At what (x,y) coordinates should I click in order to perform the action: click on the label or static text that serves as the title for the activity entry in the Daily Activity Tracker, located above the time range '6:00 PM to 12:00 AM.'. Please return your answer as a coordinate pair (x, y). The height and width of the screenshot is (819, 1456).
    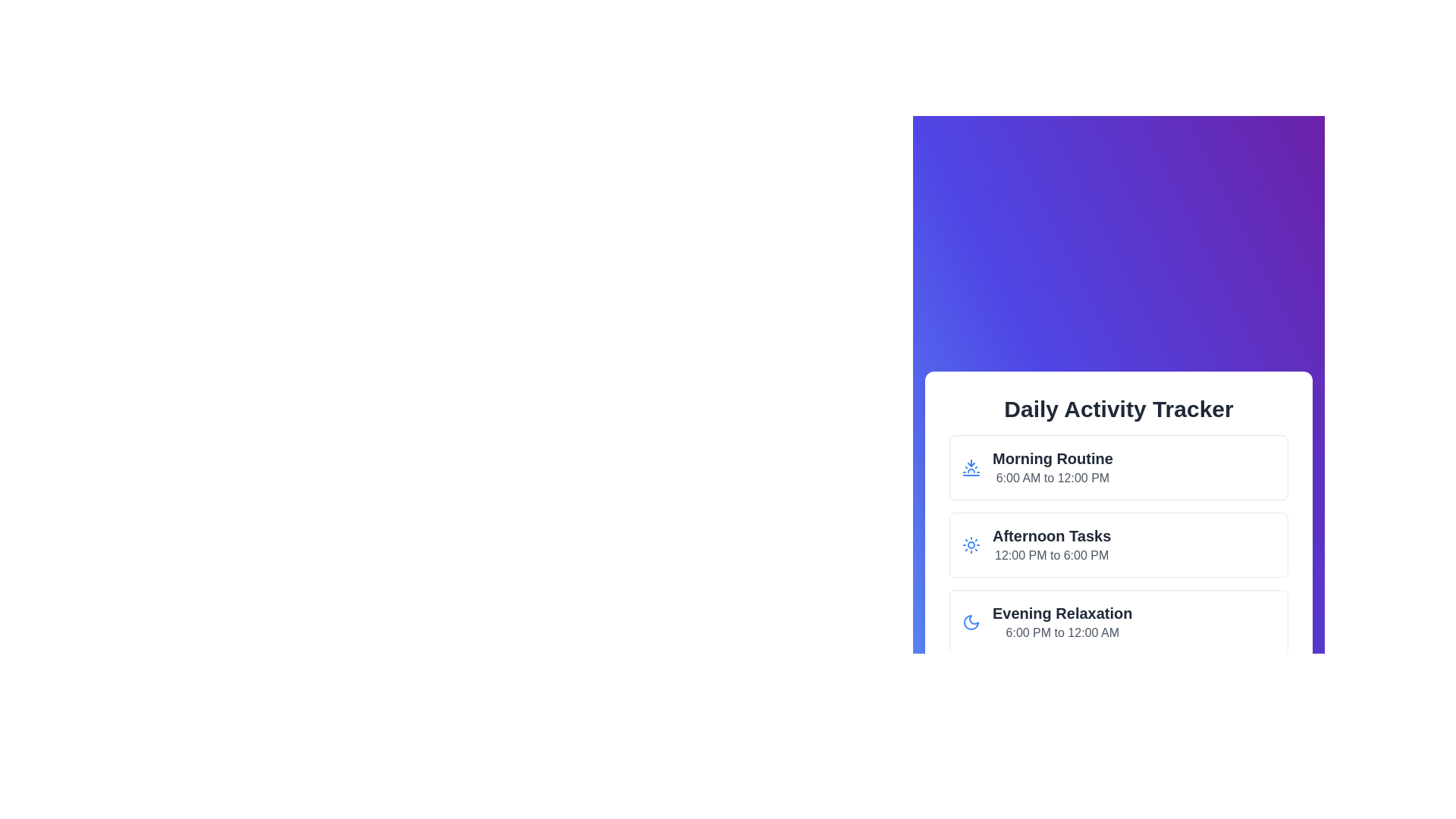
    Looking at the image, I should click on (1062, 613).